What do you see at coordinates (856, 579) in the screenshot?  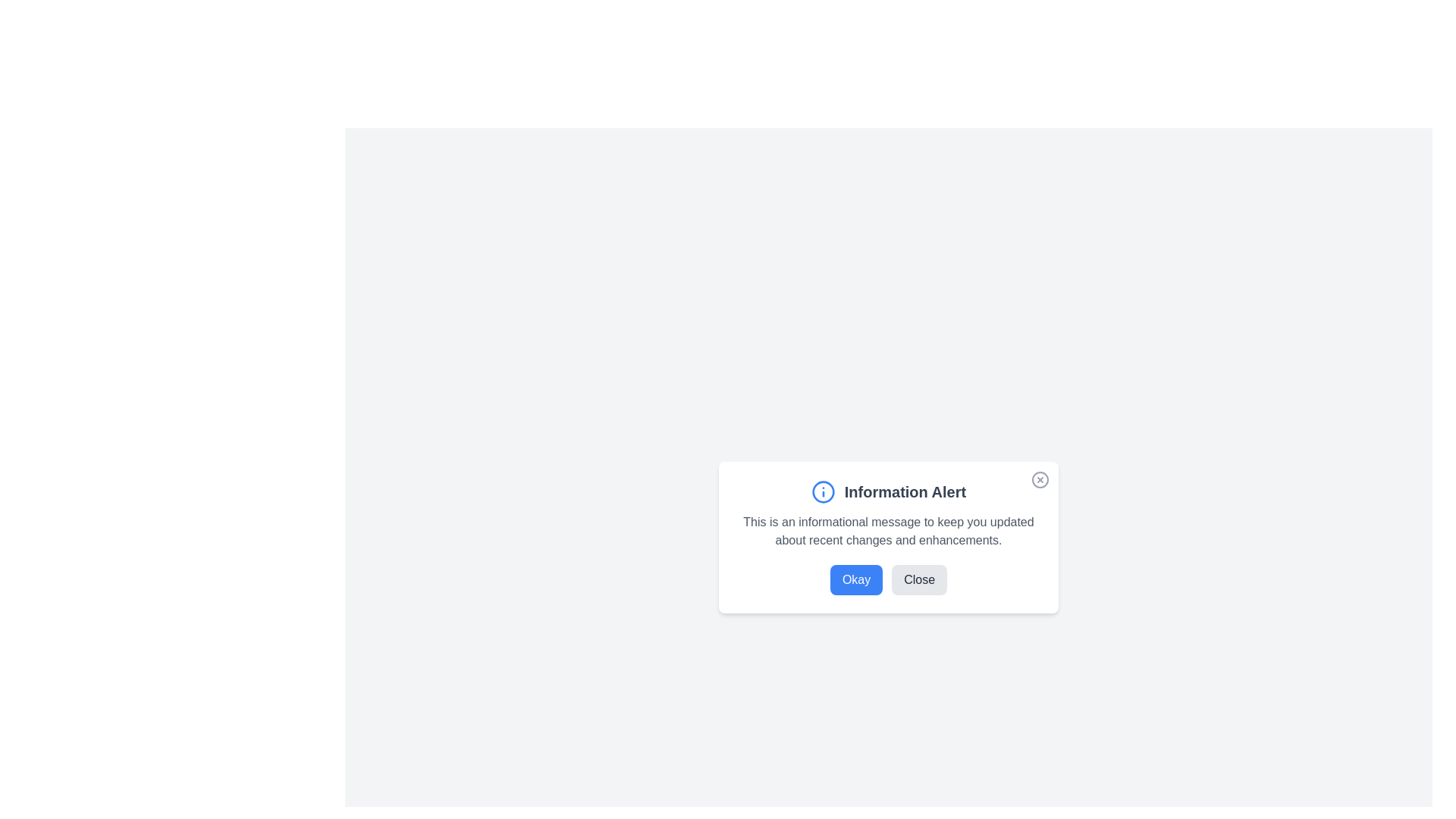 I see `the confirmation button located at the bottom-right corner of the modal dialog to acknowledge the displayed message` at bounding box center [856, 579].